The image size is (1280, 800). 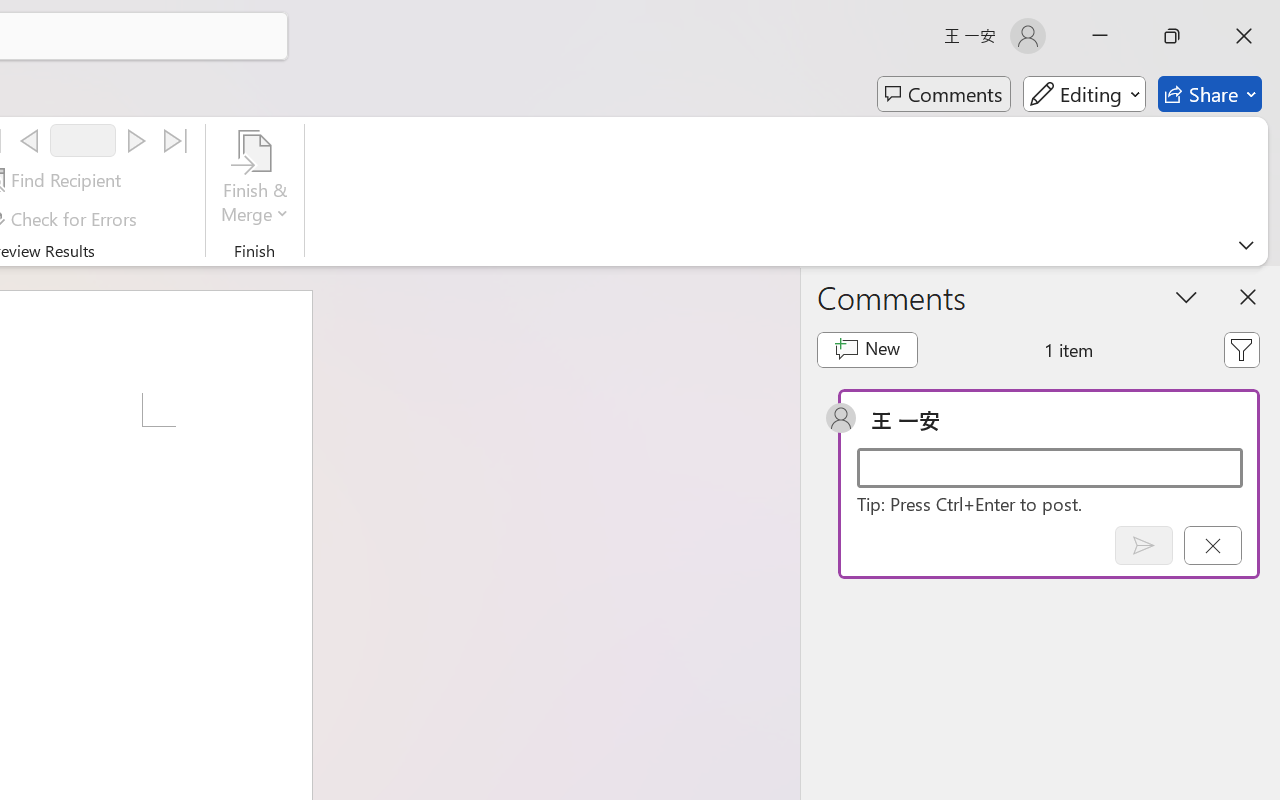 What do you see at coordinates (1240, 350) in the screenshot?
I see `'Filter'` at bounding box center [1240, 350].